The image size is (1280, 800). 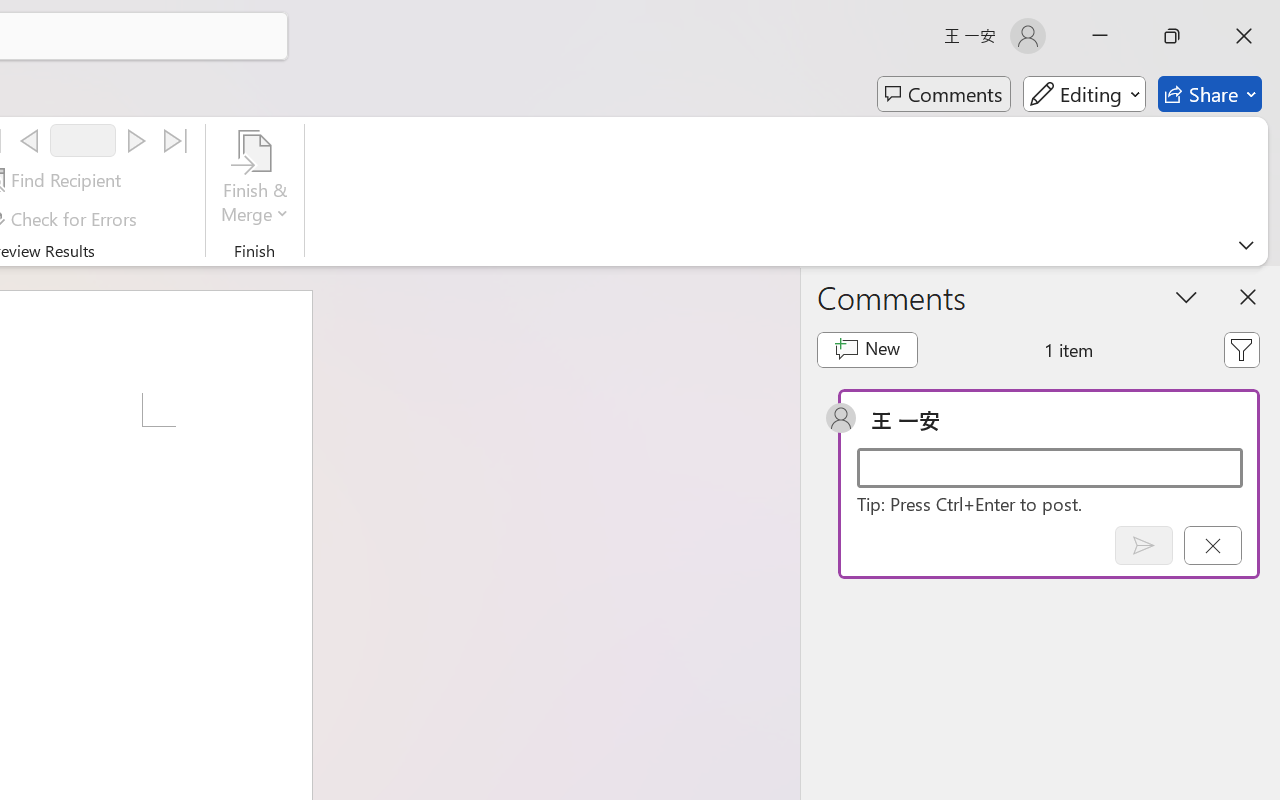 What do you see at coordinates (1240, 350) in the screenshot?
I see `'Filter'` at bounding box center [1240, 350].